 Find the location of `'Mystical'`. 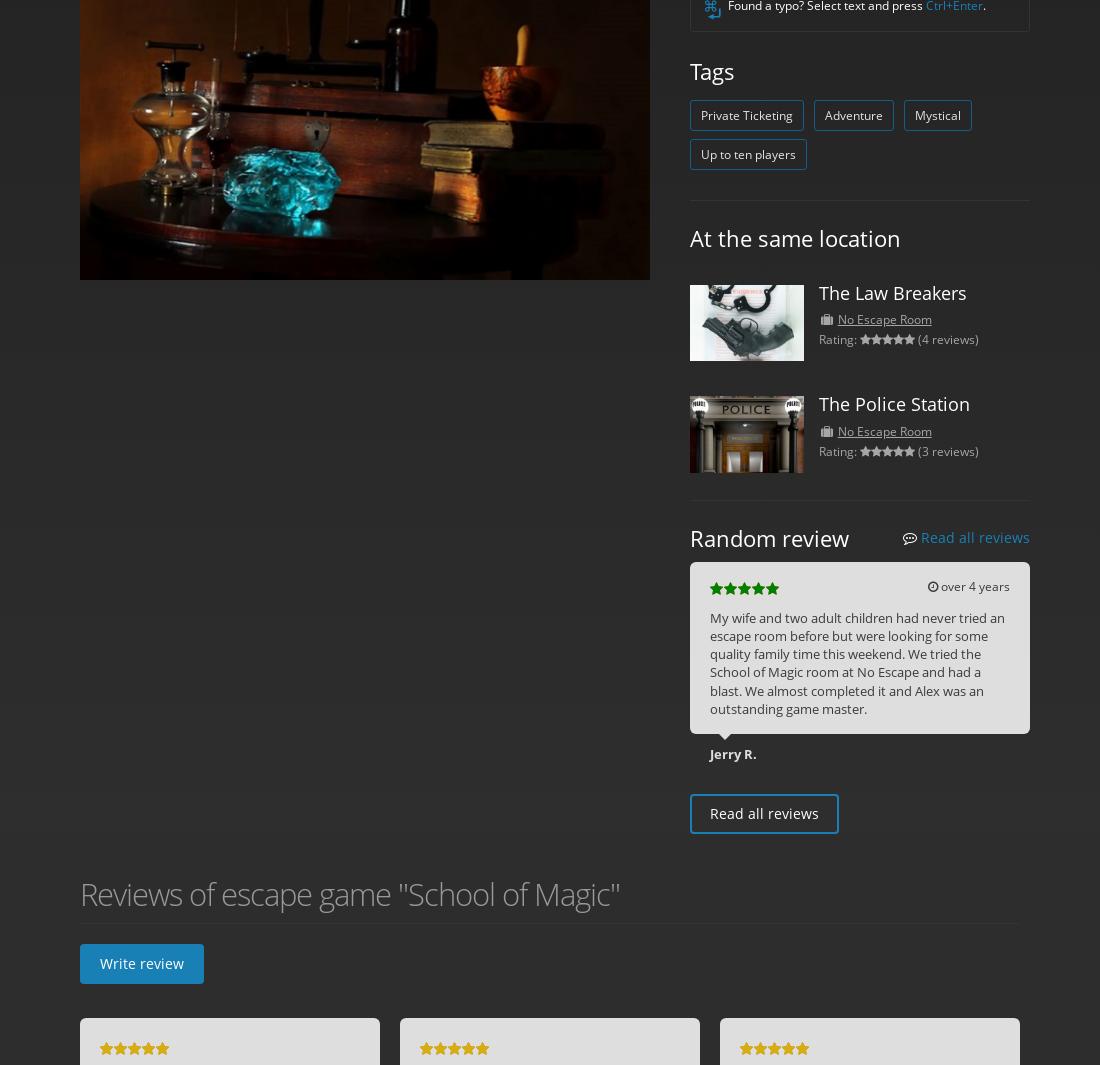

'Mystical' is located at coordinates (914, 114).